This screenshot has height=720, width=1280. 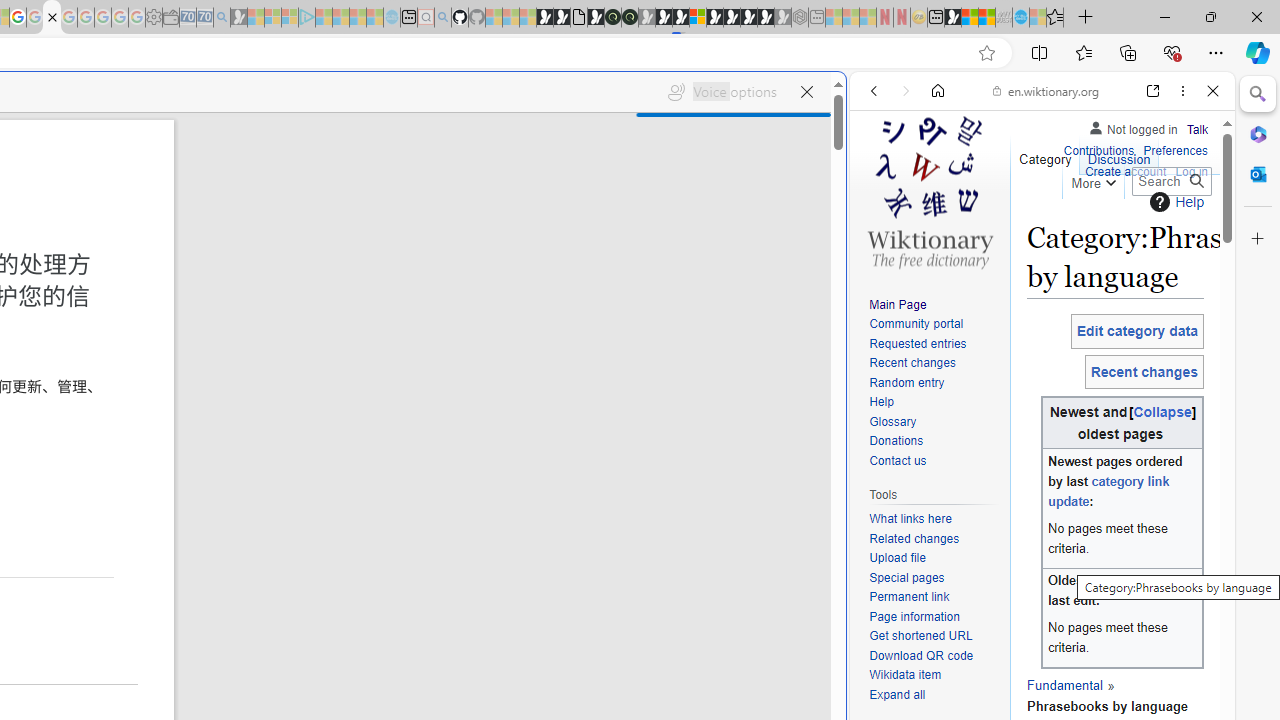 I want to click on 'Close read aloud', so click(x=806, y=92).